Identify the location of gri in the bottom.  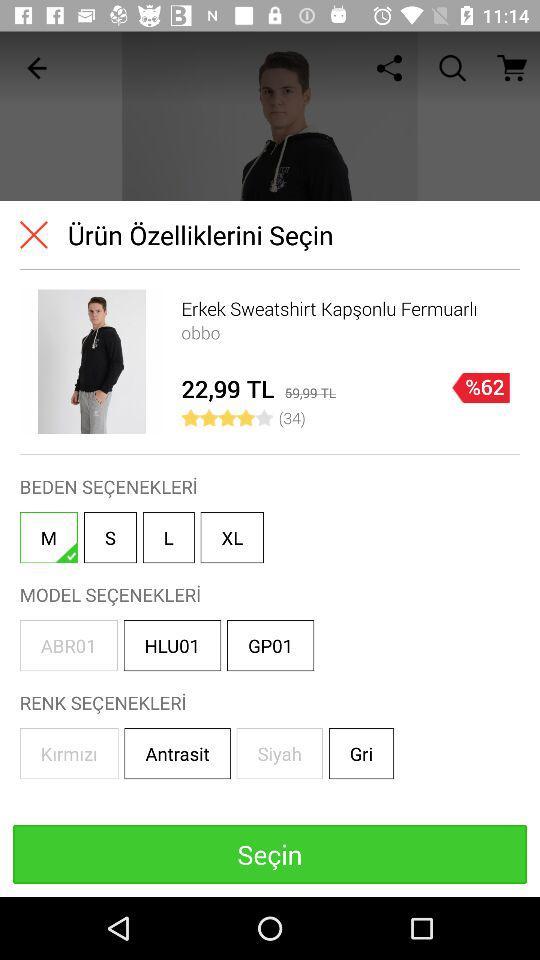
(360, 752).